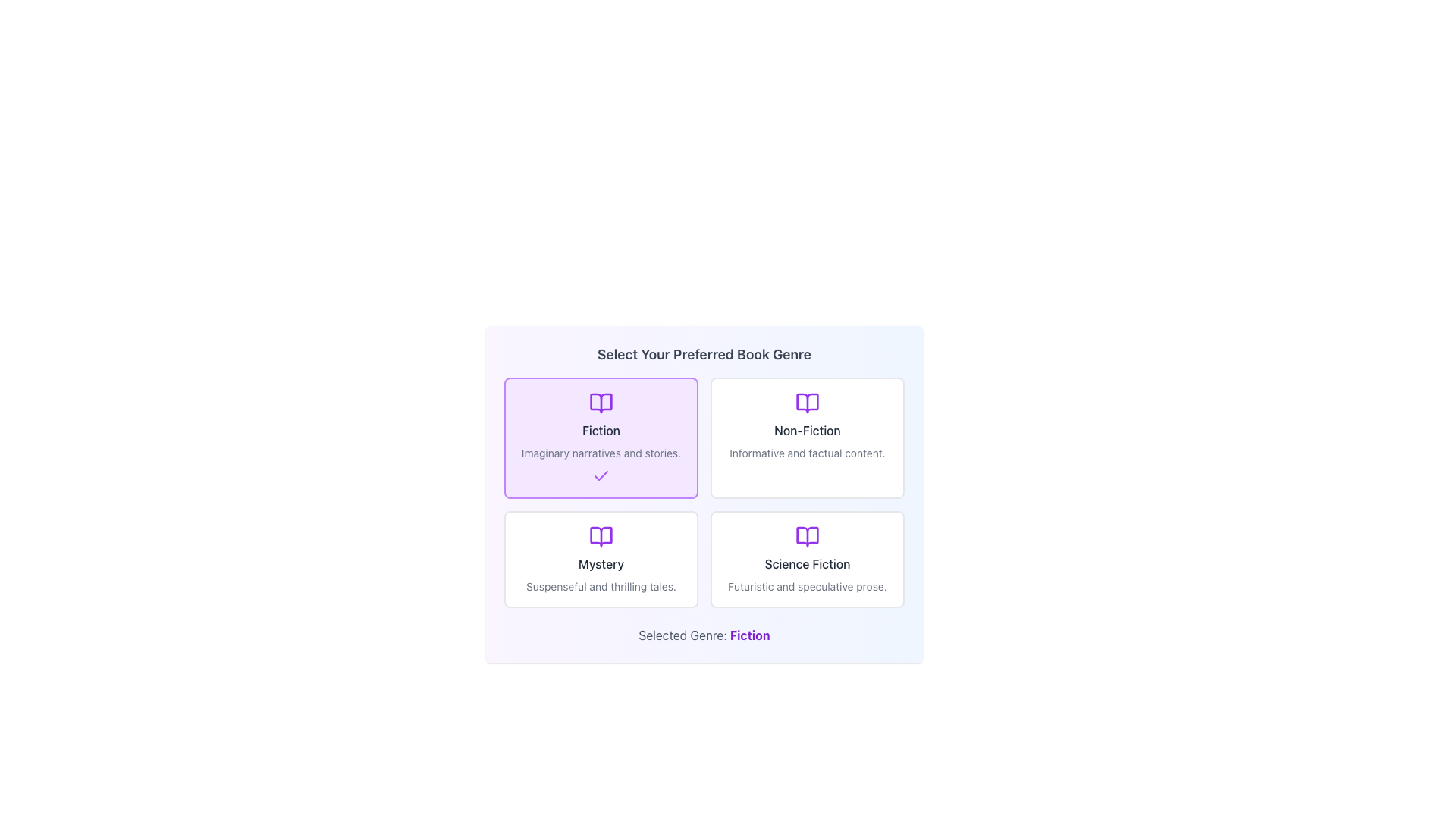 The height and width of the screenshot is (819, 1456). Describe the element at coordinates (807, 438) in the screenshot. I see `the 'Non-Fiction' card component, which is identified by its purple book icon and the title in bold dark-gray text` at that location.